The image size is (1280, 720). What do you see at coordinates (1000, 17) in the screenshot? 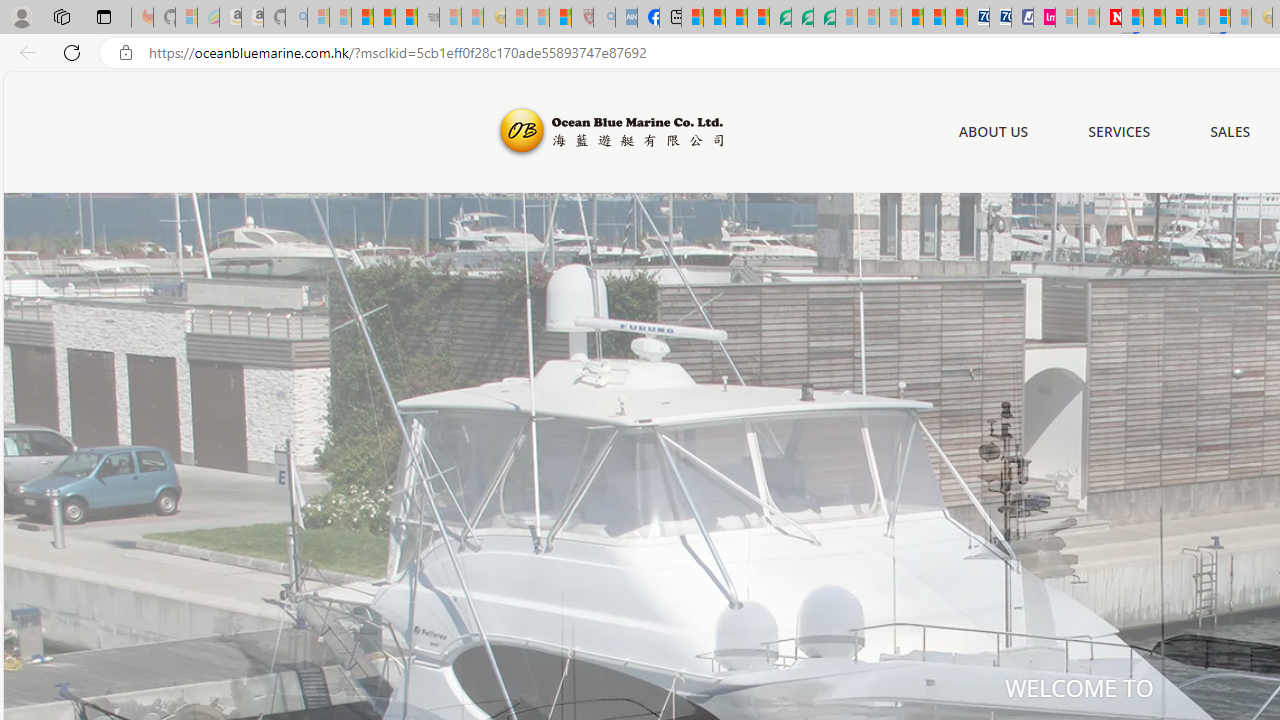
I see `'Cheap Hotels - Save70.com'` at bounding box center [1000, 17].